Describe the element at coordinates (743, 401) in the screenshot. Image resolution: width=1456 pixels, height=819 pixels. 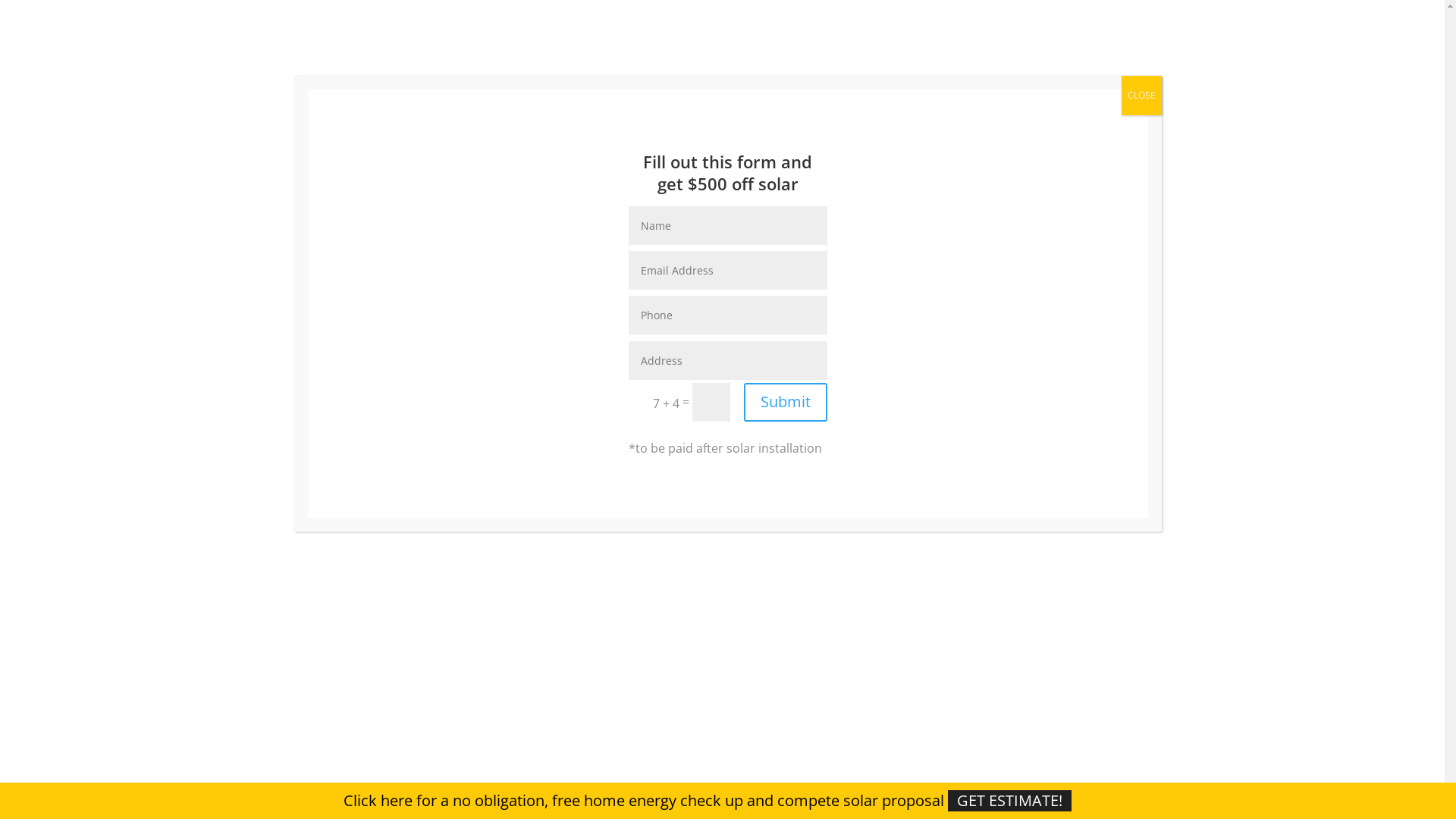
I see `'Submit'` at that location.